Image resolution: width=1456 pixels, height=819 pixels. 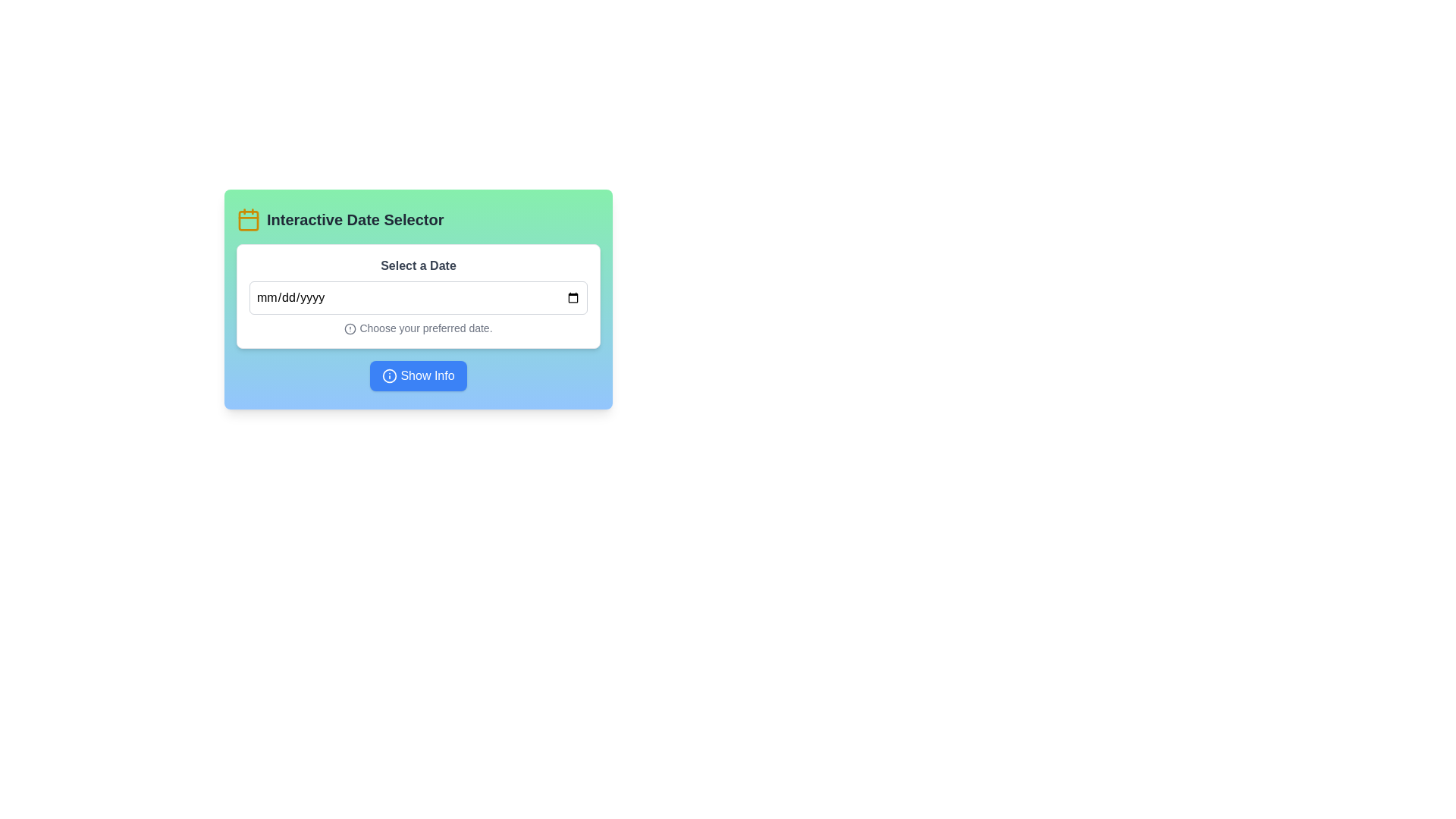 I want to click on the 'Interactive Date Selector' text with the yellow calendar icon, so click(x=419, y=219).